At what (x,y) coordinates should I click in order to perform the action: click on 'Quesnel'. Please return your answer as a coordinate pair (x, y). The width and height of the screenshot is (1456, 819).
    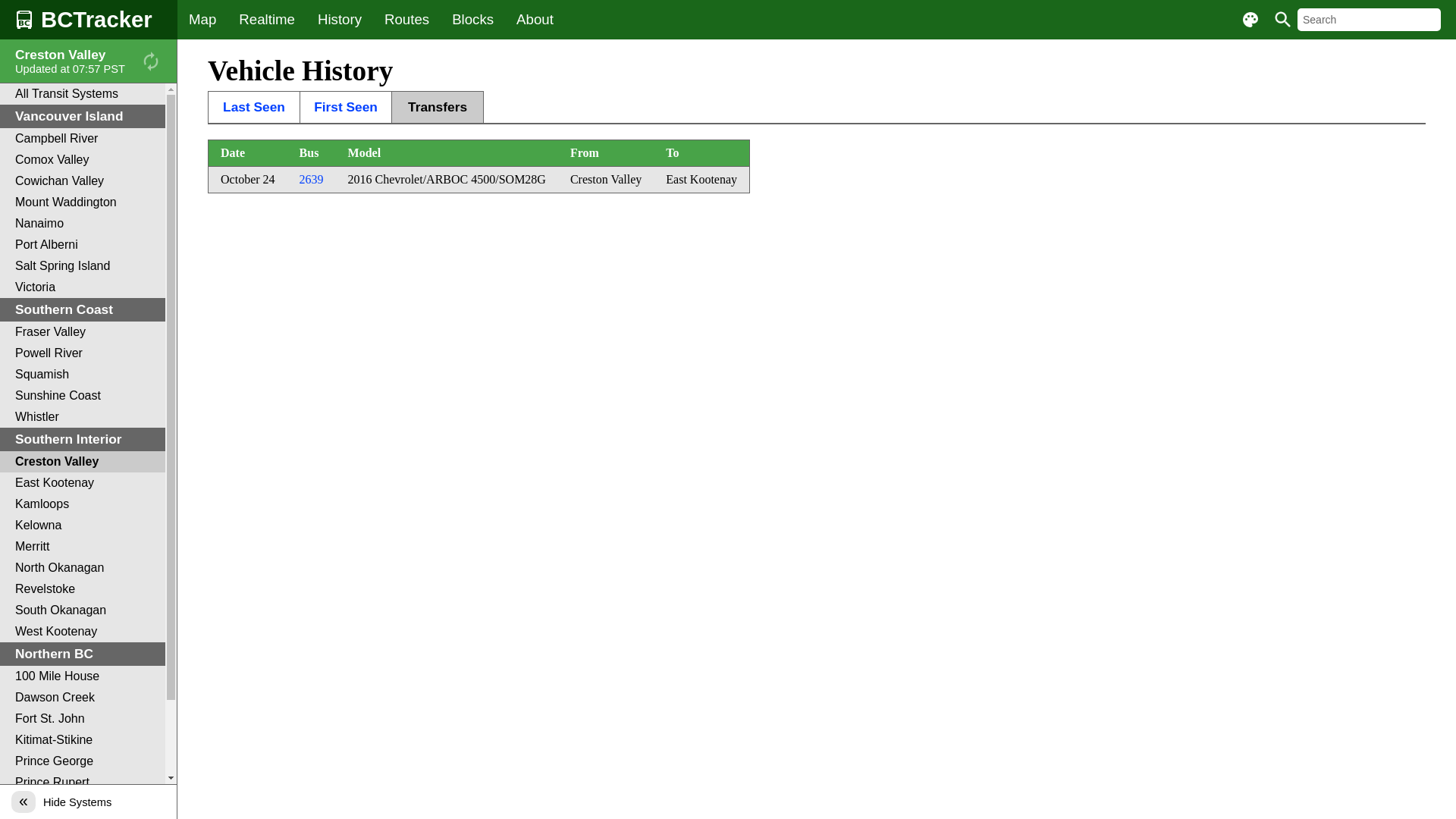
    Looking at the image, I should click on (82, 803).